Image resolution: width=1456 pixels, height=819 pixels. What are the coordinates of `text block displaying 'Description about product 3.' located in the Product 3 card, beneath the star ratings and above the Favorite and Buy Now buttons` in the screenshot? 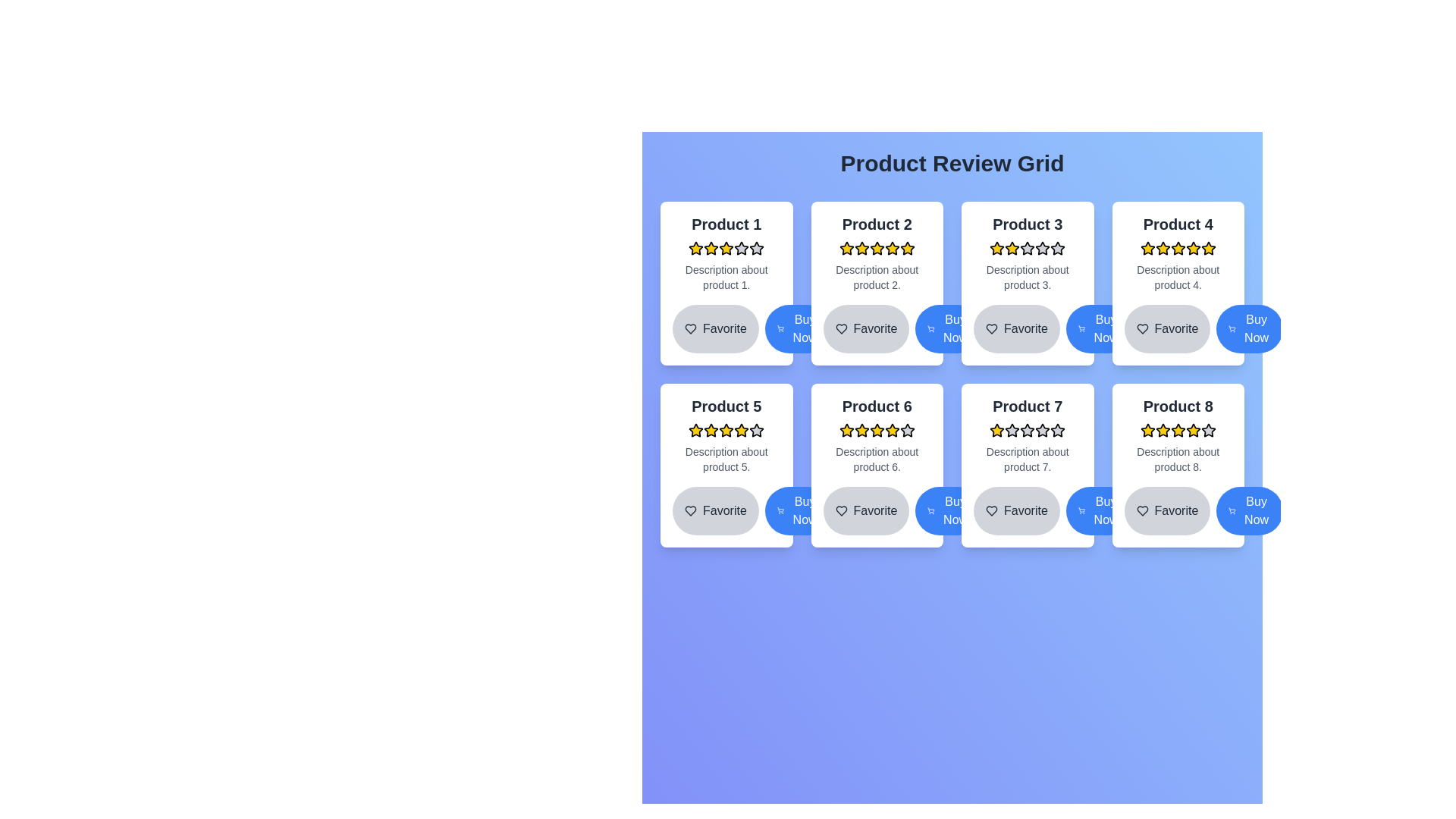 It's located at (1028, 278).